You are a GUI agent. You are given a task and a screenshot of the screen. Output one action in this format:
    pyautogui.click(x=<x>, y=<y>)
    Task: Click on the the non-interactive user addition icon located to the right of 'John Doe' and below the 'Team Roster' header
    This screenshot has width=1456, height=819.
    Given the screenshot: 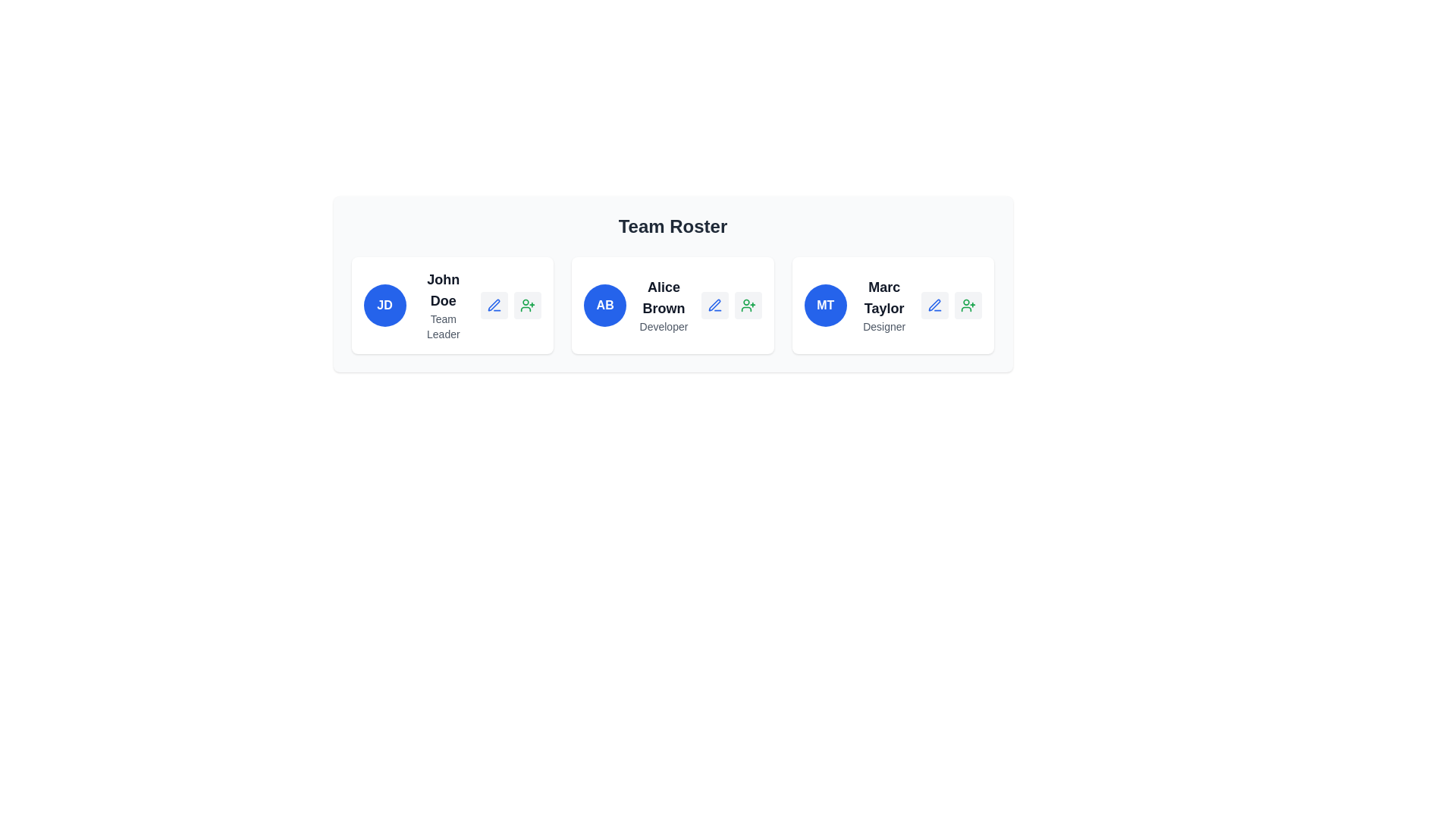 What is the action you would take?
    pyautogui.click(x=528, y=305)
    